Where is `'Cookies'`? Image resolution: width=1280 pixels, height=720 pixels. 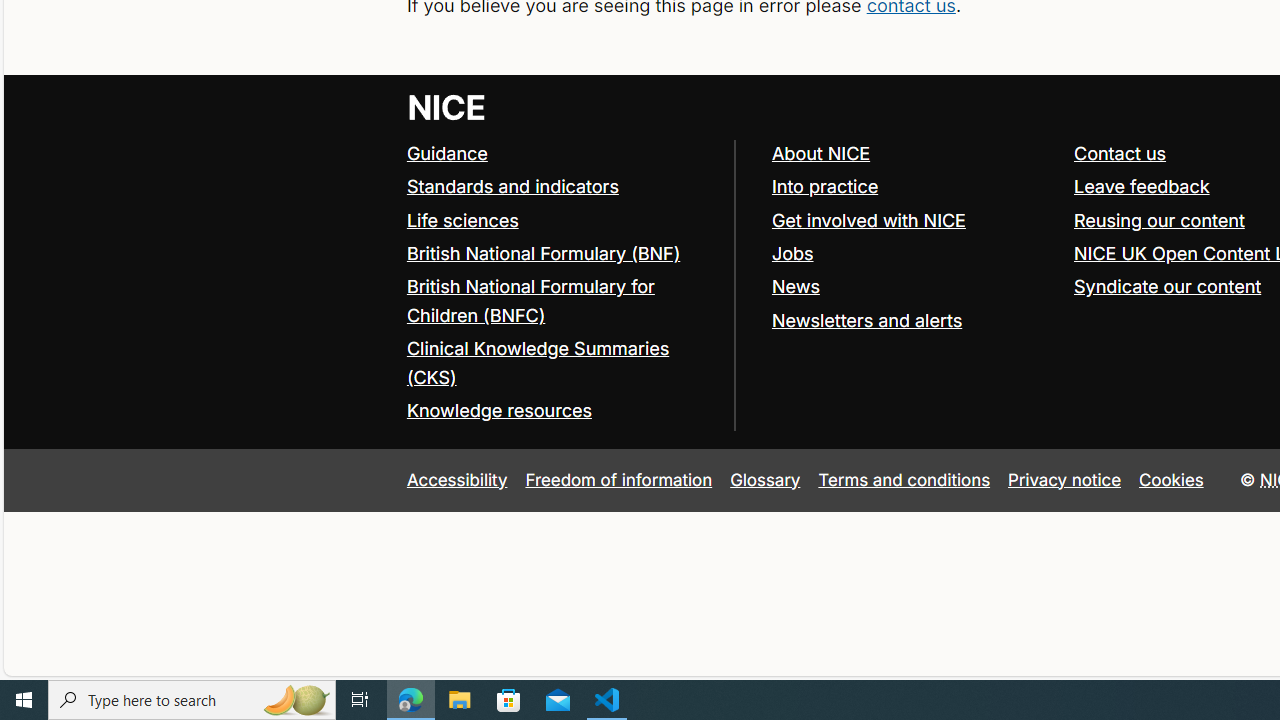 'Cookies' is located at coordinates (1171, 479).